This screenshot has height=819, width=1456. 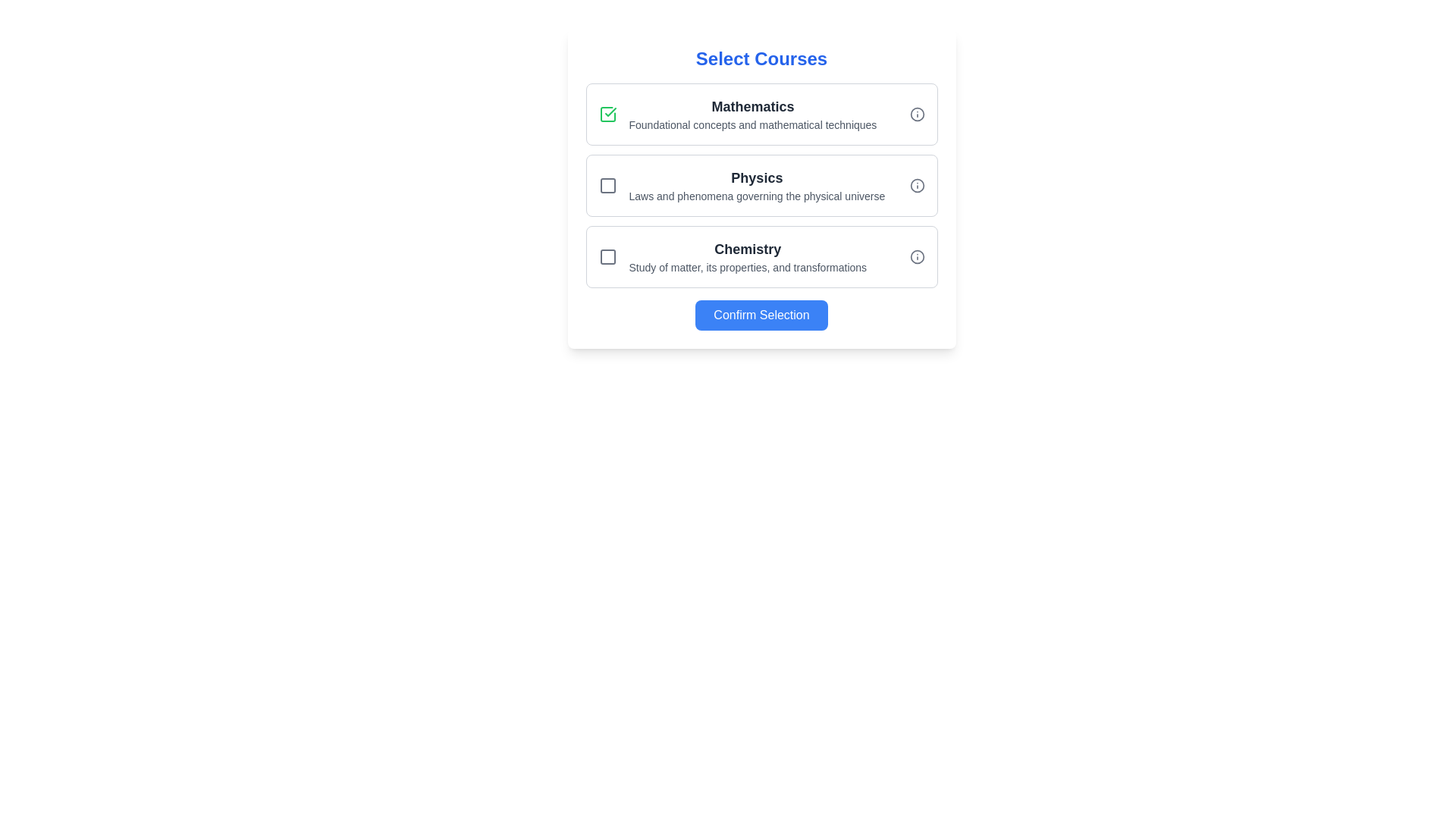 I want to click on the 'Physics' selectable option, the second item in a vertical list of selectable options, so click(x=742, y=185).